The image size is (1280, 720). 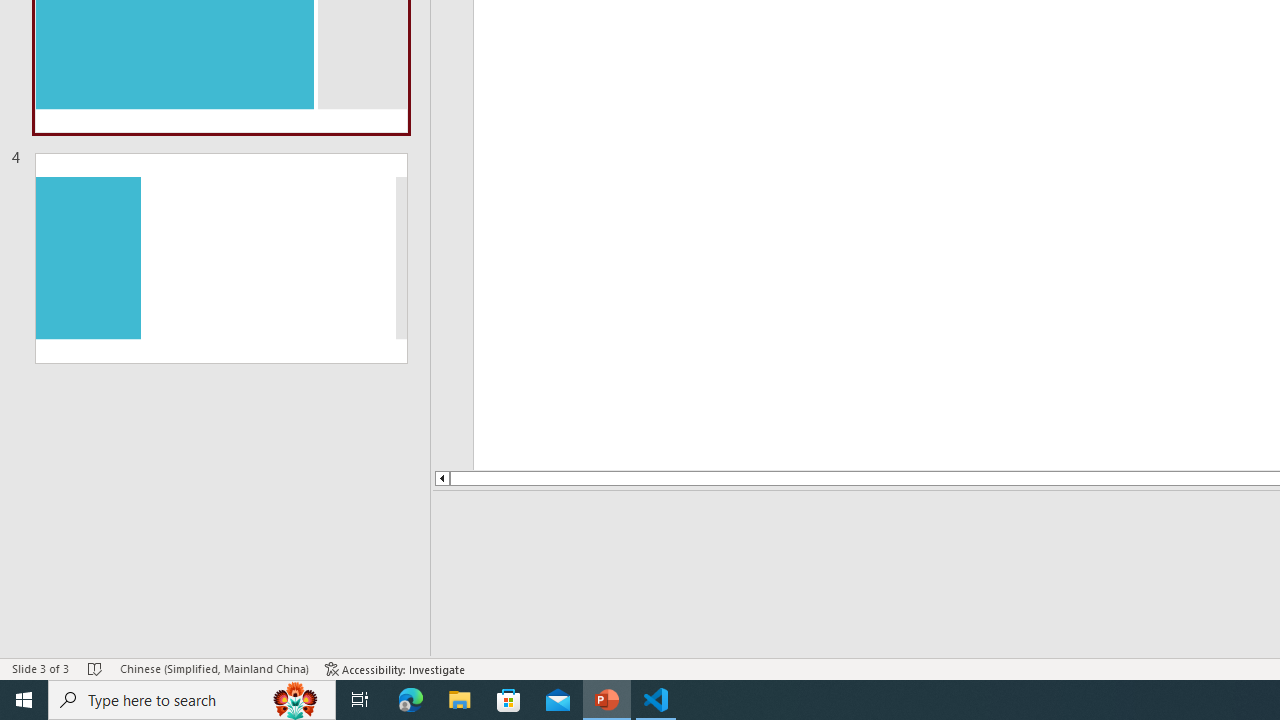 I want to click on 'Line up', so click(x=440, y=478).